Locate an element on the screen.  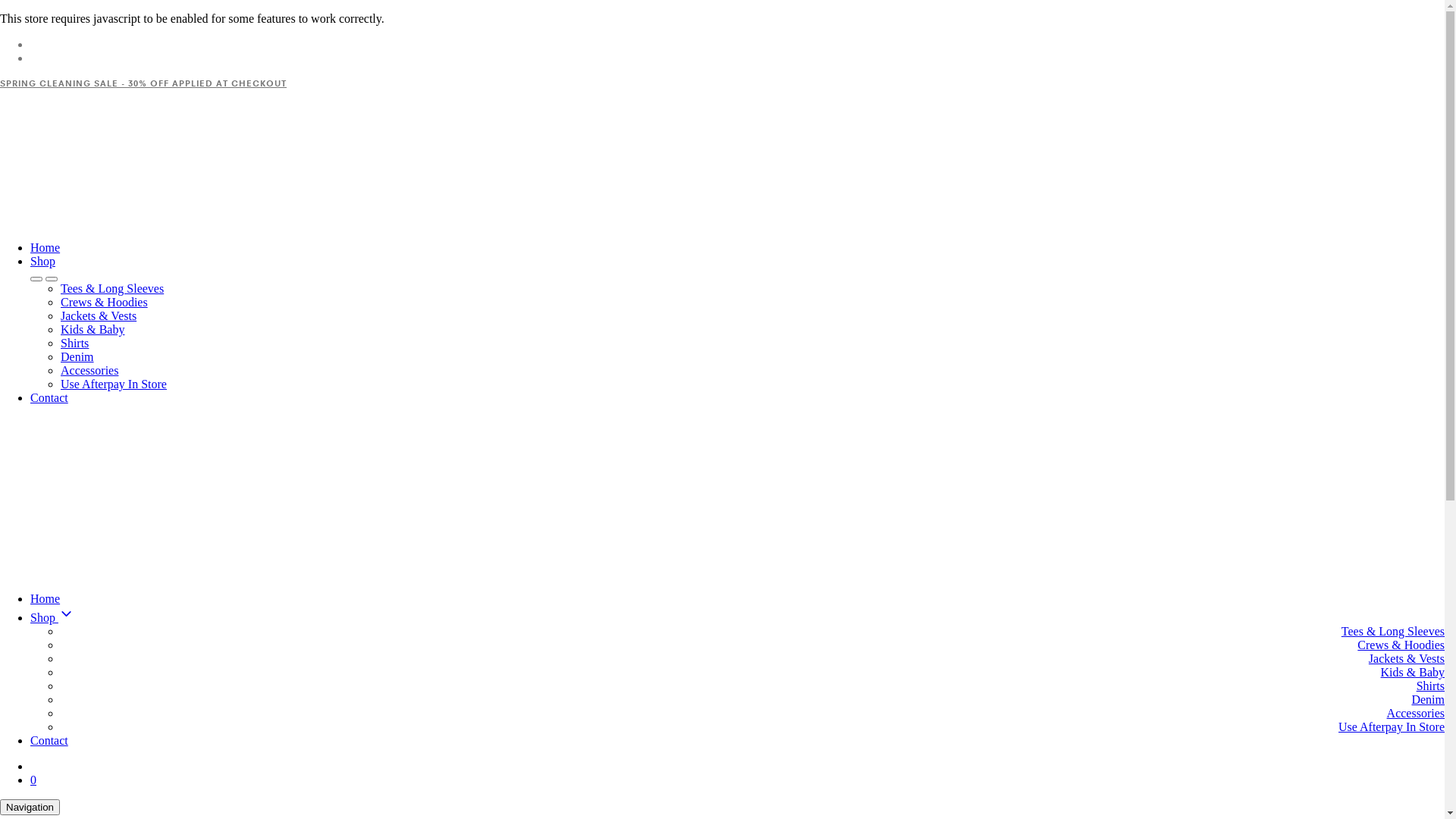
'Jackets & Vests' is located at coordinates (97, 315).